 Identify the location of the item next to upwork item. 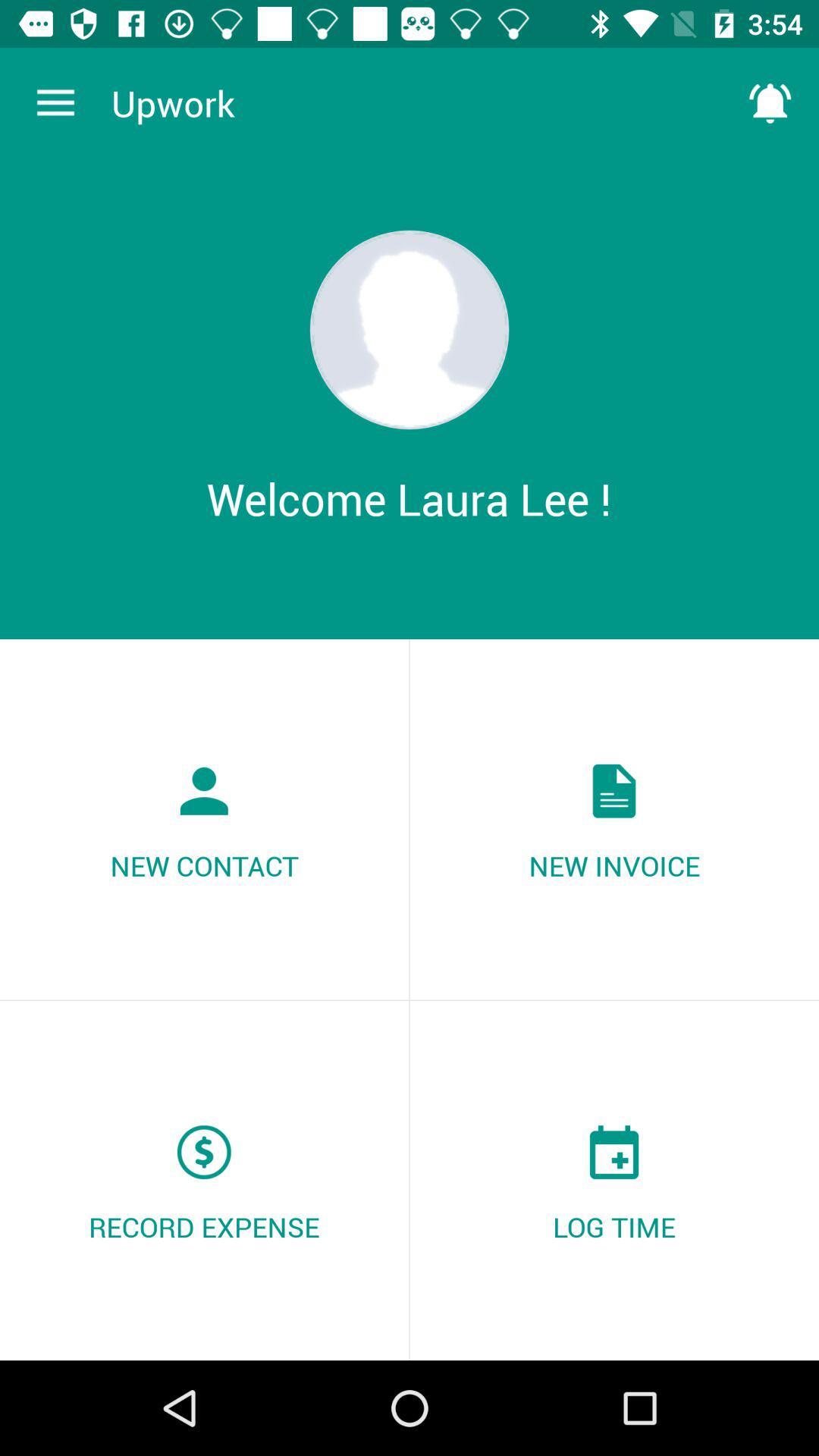
(55, 102).